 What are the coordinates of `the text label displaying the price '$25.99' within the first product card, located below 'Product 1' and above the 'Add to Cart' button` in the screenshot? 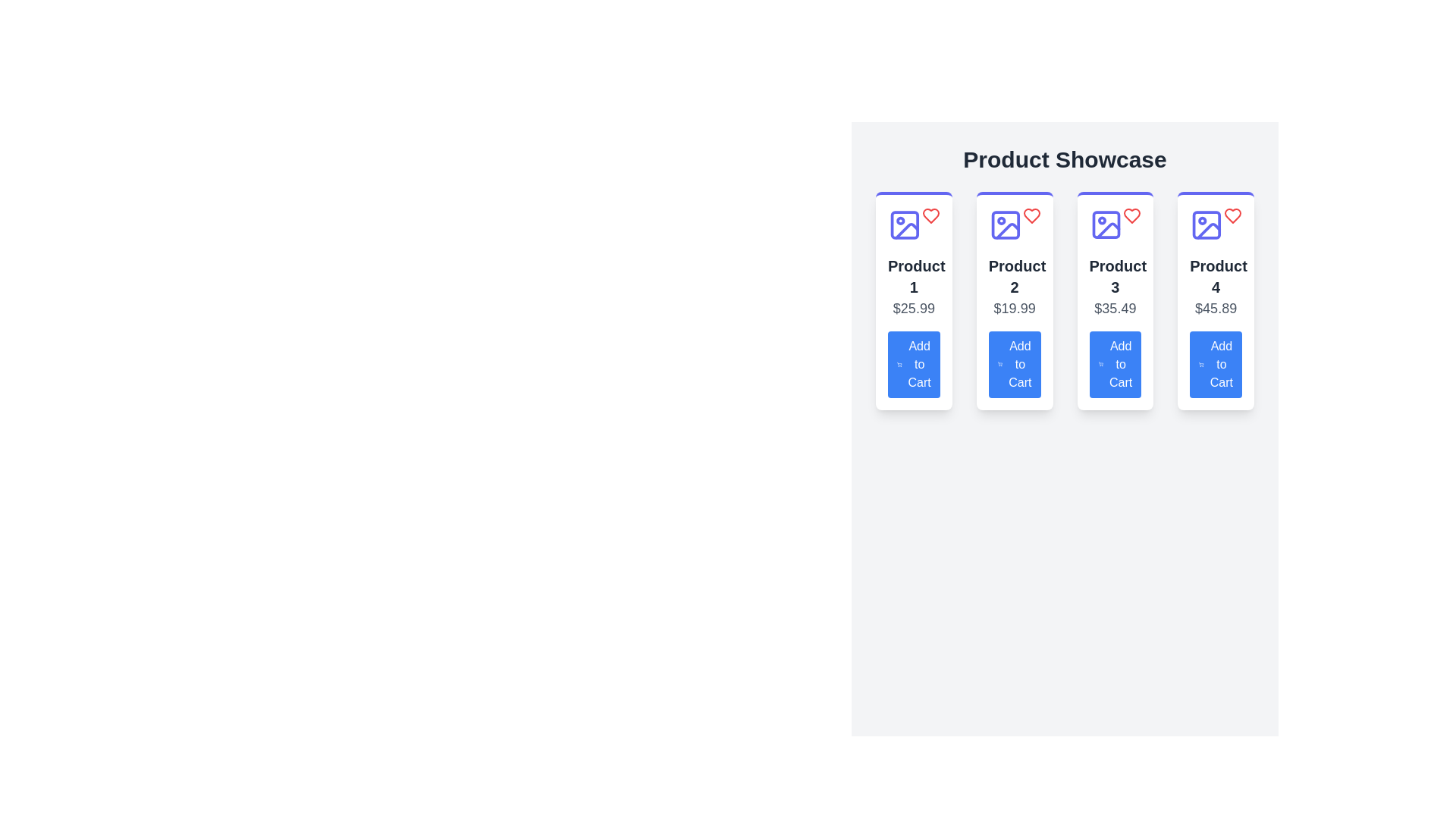 It's located at (913, 308).